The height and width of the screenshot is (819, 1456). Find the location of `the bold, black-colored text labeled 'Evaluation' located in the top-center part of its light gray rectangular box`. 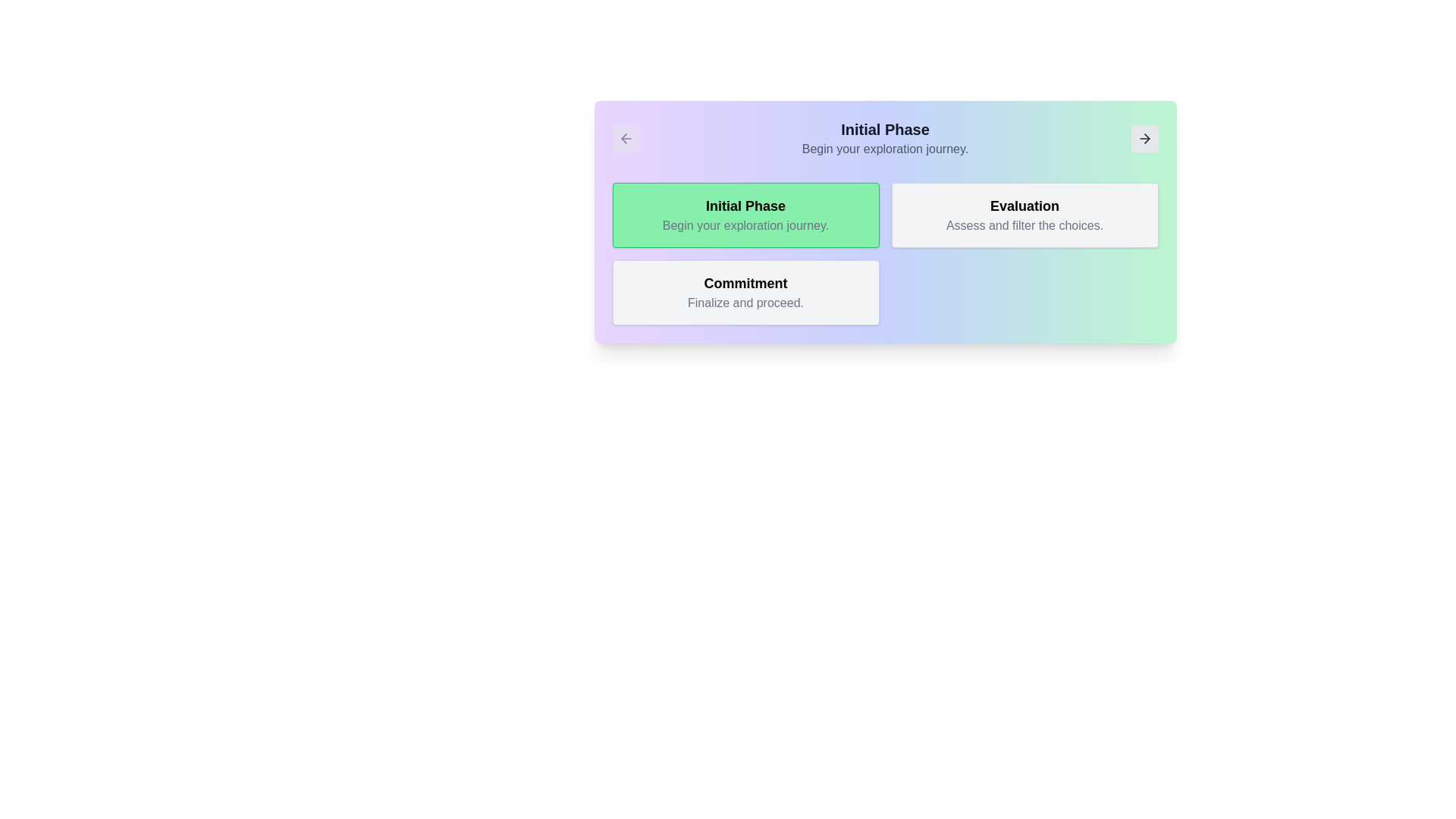

the bold, black-colored text labeled 'Evaluation' located in the top-center part of its light gray rectangular box is located at coordinates (1025, 206).